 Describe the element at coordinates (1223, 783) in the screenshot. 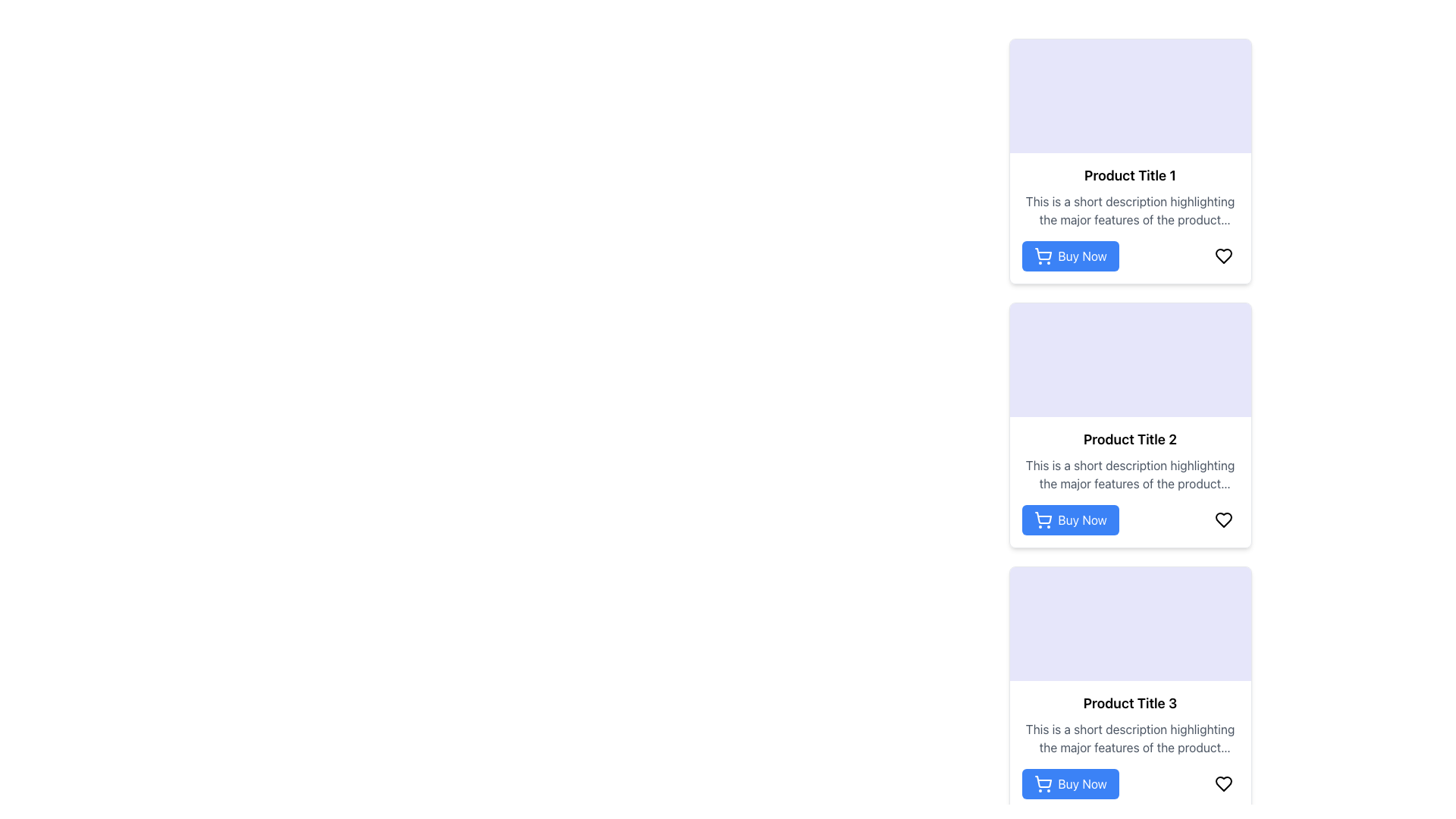

I see `the heart icon located at the bottom-right corner of the card labeled 'Product Title 3' to mark the product as a favorite` at that location.